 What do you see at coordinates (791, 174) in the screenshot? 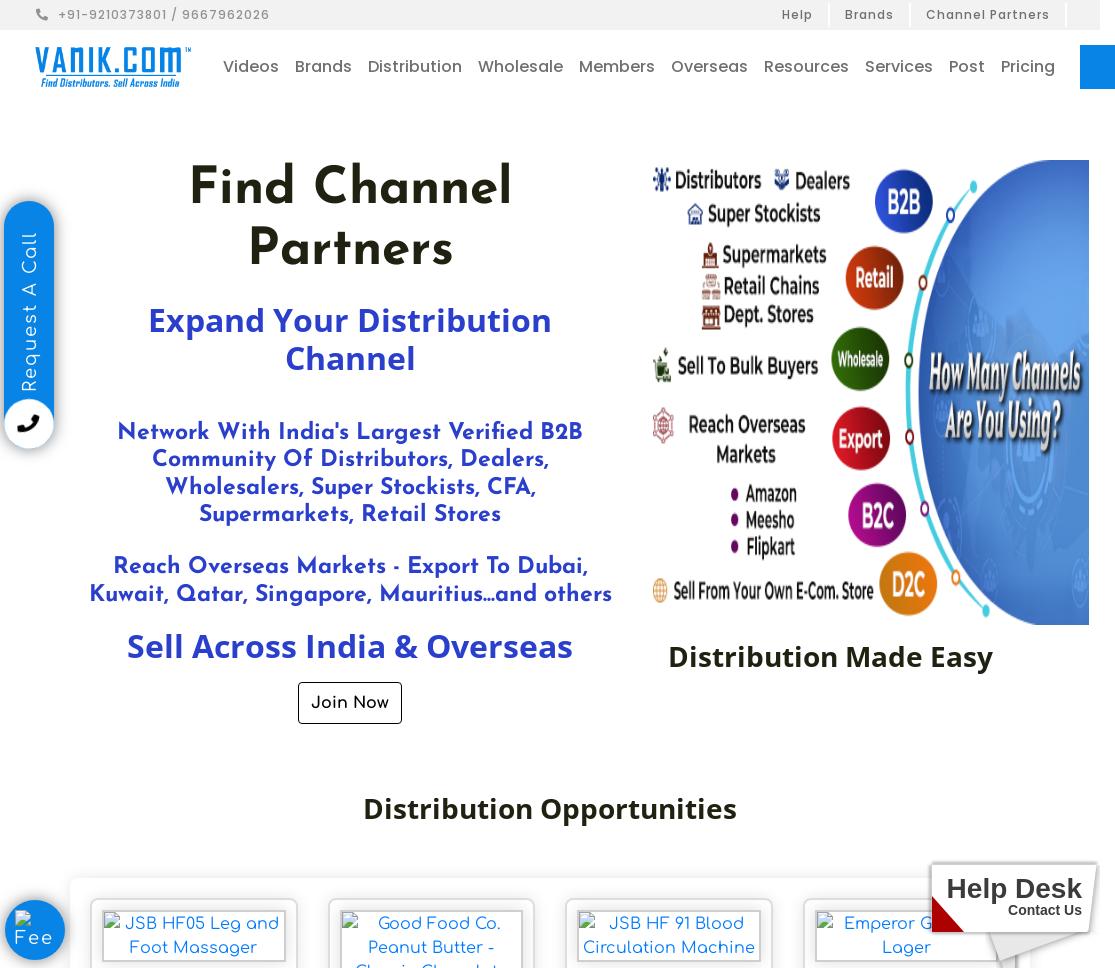
I see `'Overseas Trade Leads'` at bounding box center [791, 174].